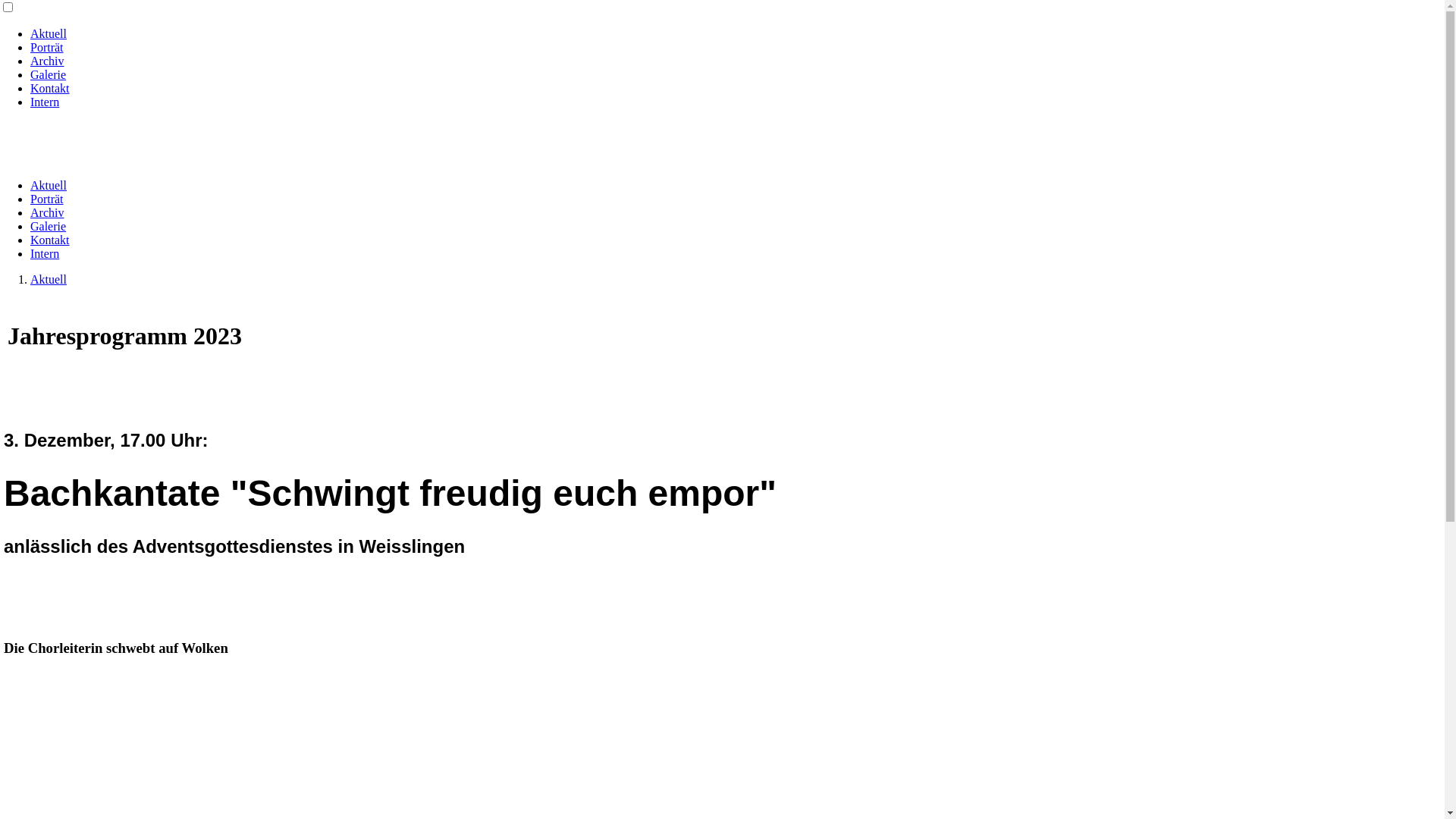 This screenshot has height=819, width=1456. Describe the element at coordinates (30, 184) in the screenshot. I see `'Aktuell'` at that location.